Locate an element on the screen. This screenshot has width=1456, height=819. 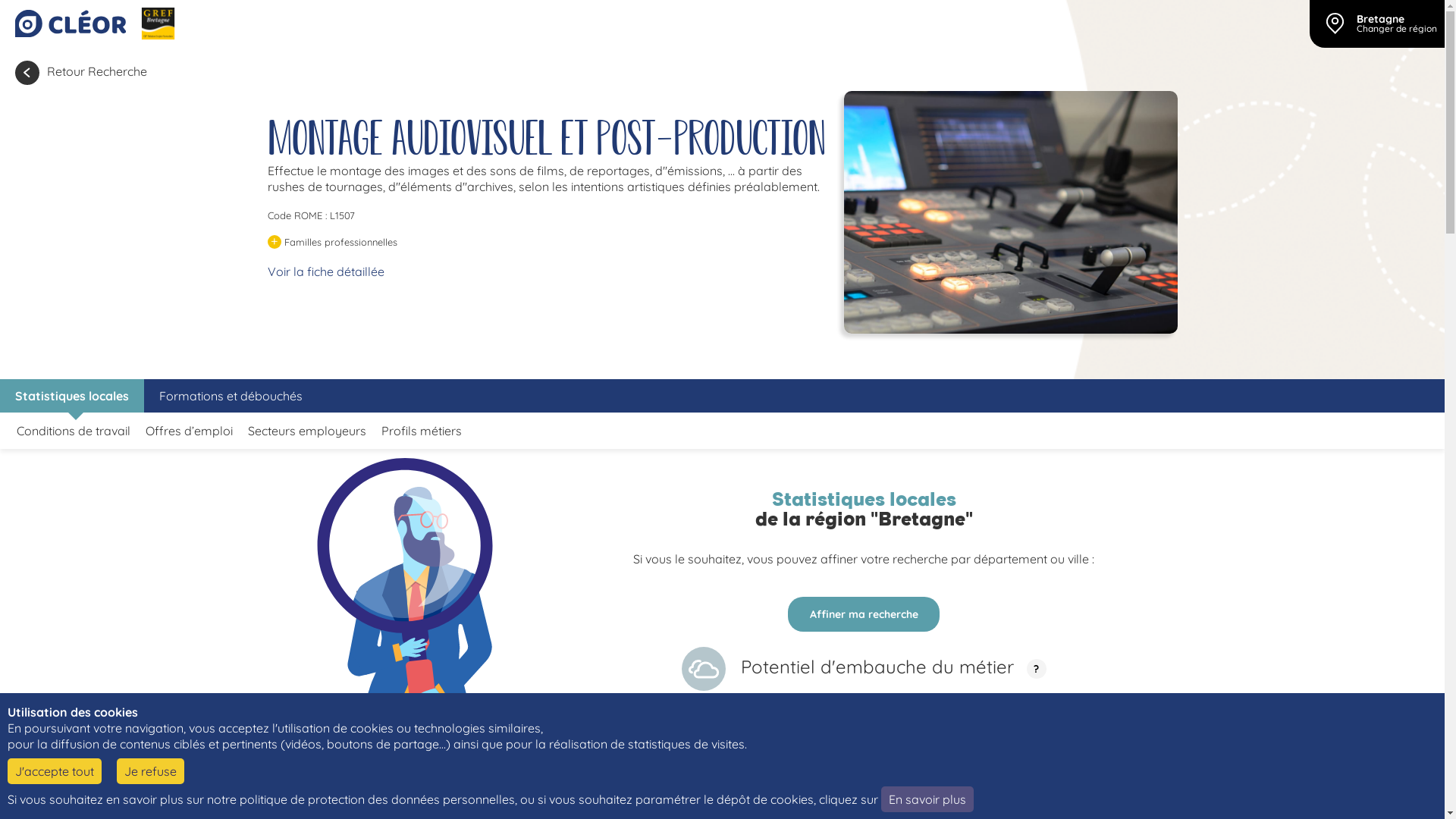
'Conditions de travail' is located at coordinates (72, 430).